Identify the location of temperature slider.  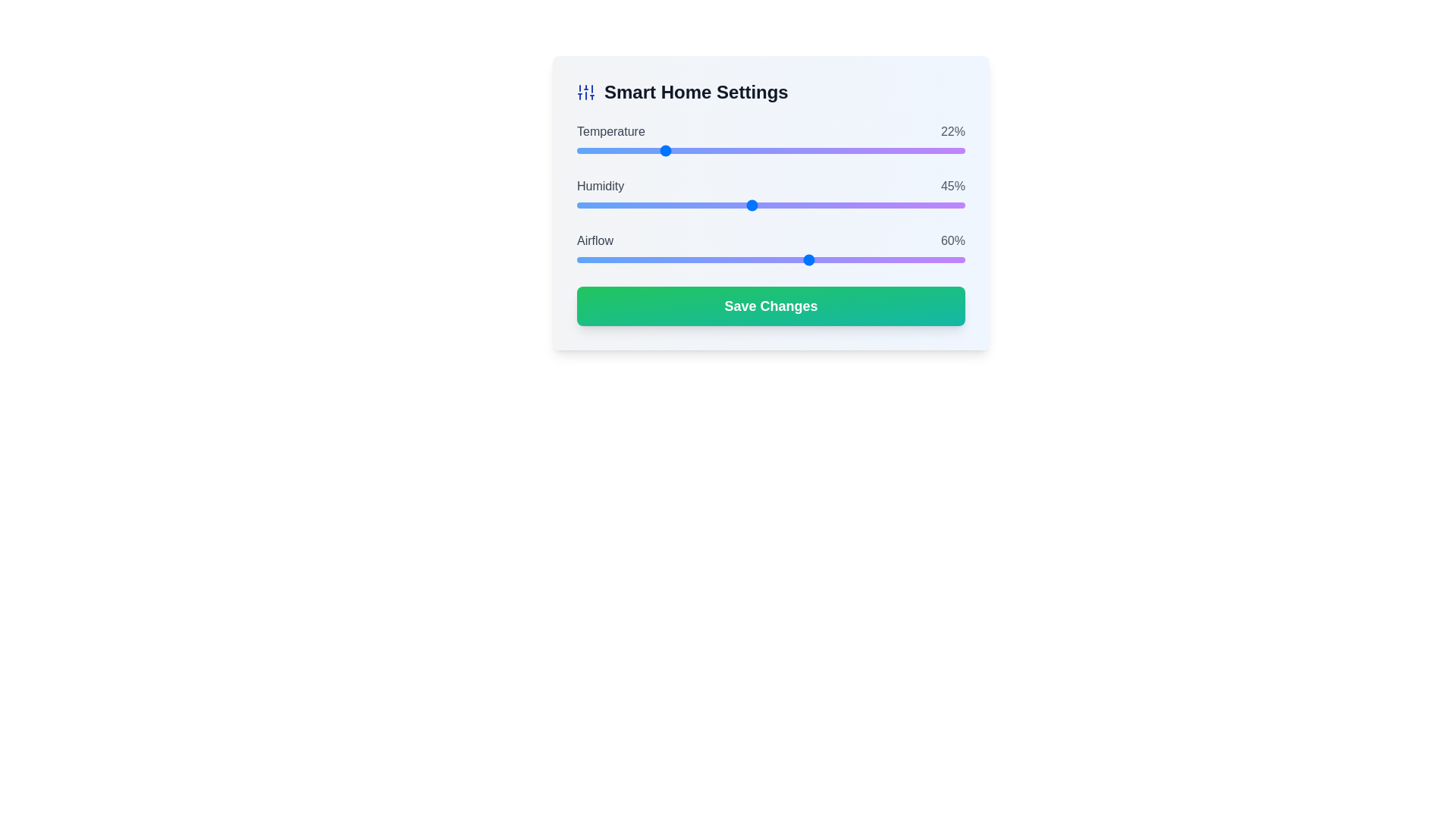
(723, 151).